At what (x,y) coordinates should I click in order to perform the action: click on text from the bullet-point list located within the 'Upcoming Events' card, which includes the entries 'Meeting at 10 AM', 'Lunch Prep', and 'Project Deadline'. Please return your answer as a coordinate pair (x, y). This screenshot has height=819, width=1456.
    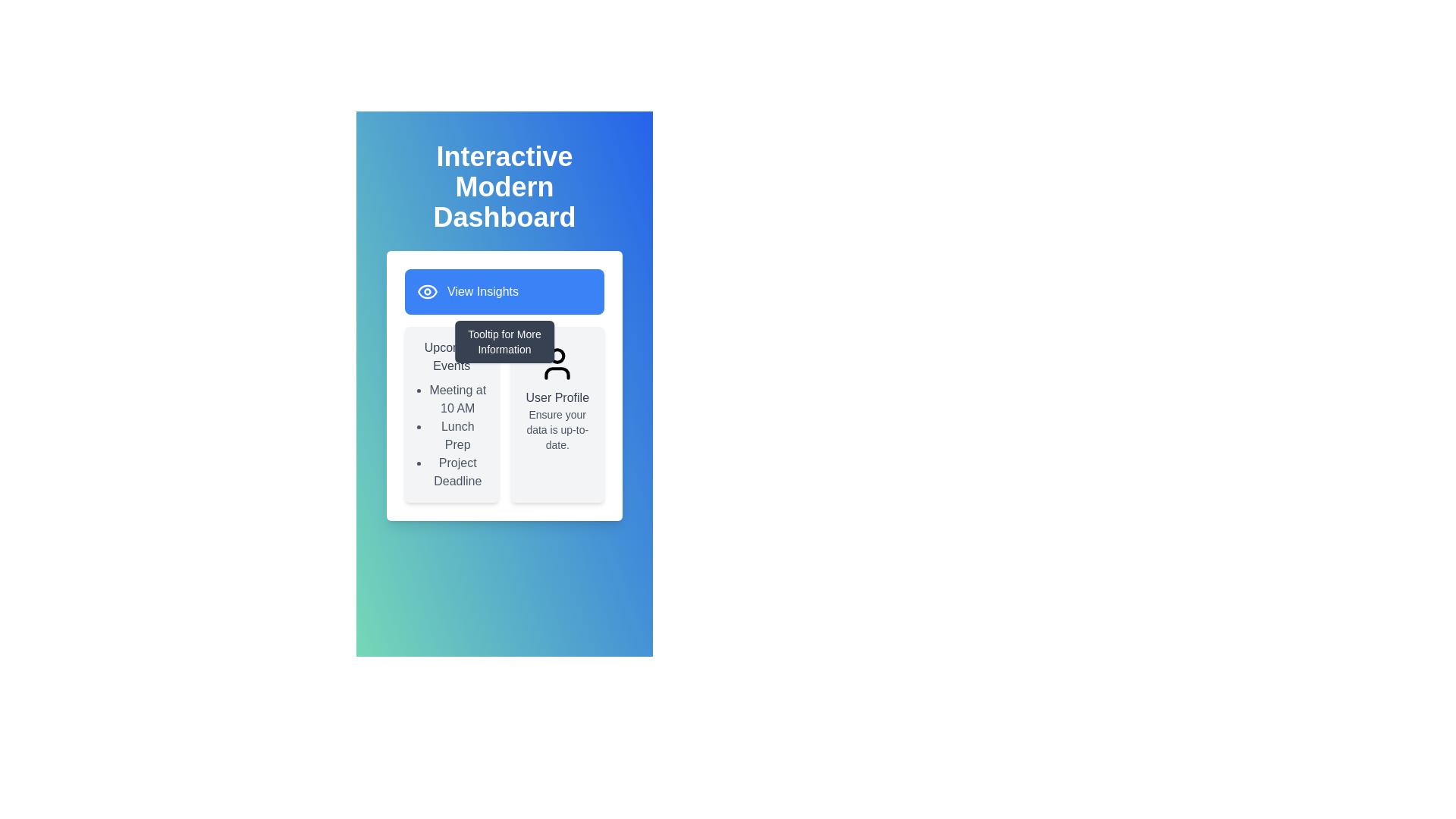
    Looking at the image, I should click on (450, 435).